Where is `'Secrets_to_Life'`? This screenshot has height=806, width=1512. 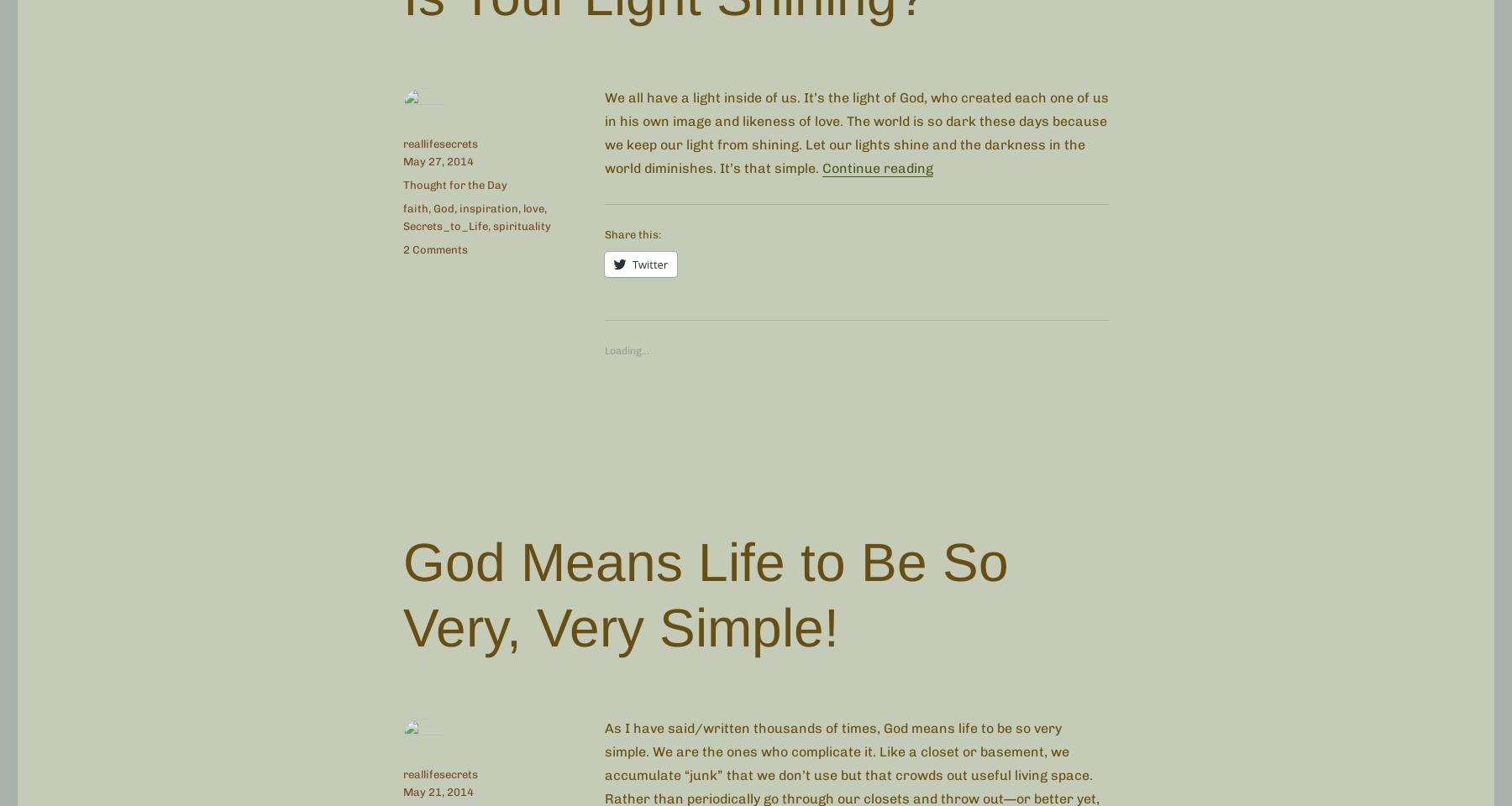
'Secrets_to_Life' is located at coordinates (444, 224).